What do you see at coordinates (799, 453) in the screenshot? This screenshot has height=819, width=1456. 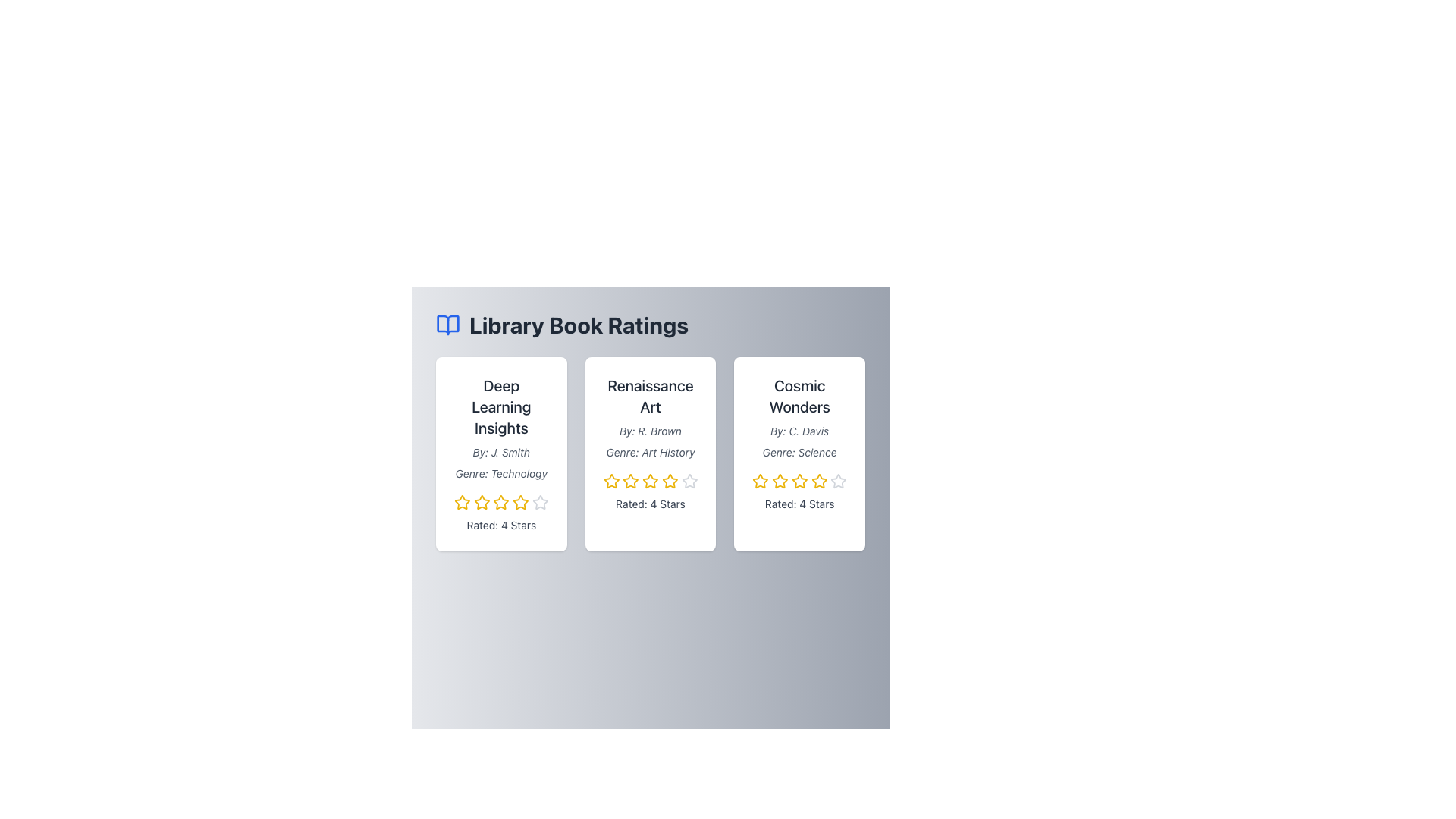 I see `the Informational Card that displays details of a book including its title, author, genre, and rating, located in the rightmost column of the three-column layout beneath the header 'Library Book Ratings'` at bounding box center [799, 453].